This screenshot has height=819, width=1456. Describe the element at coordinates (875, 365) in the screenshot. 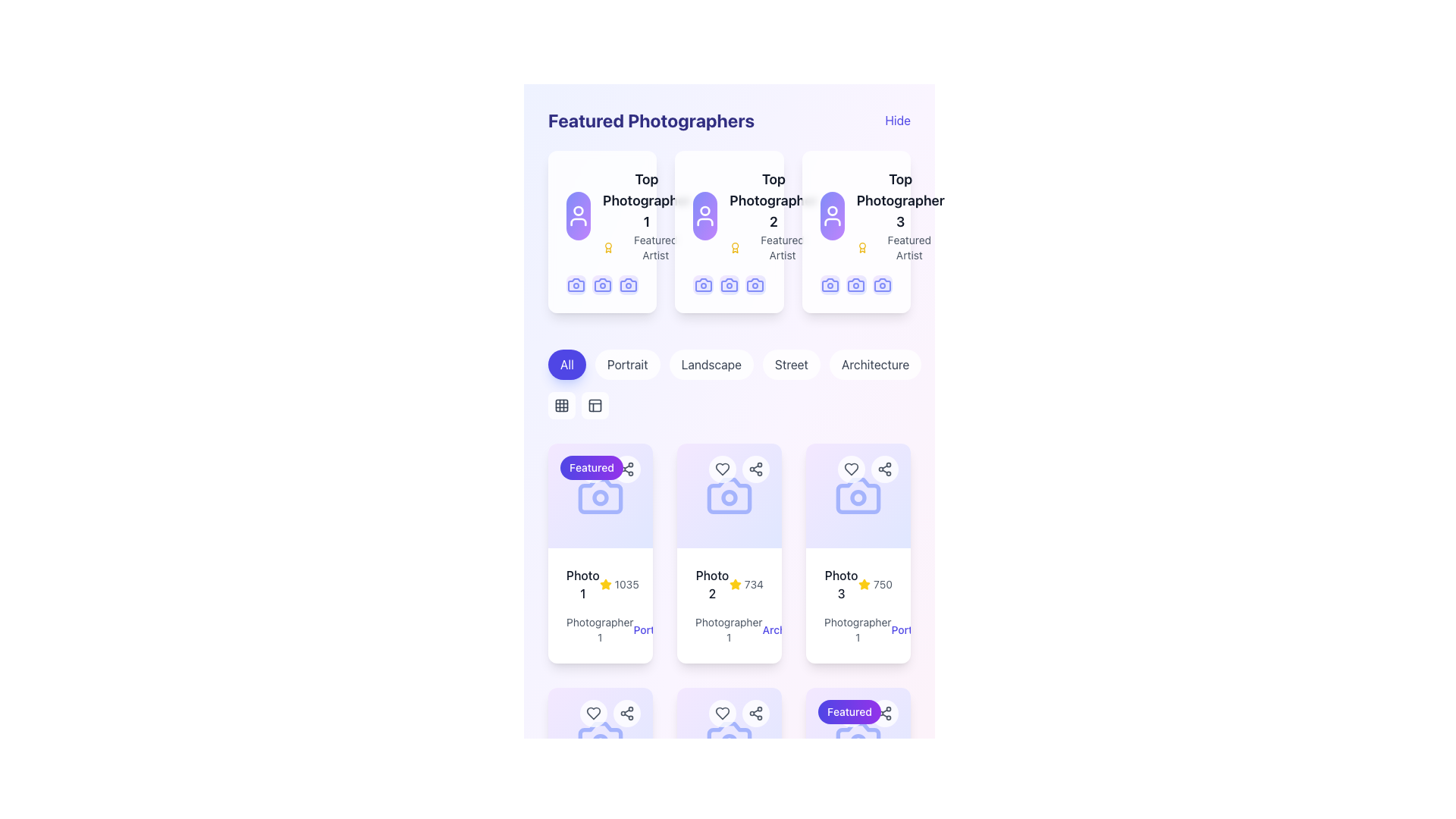

I see `the fifth button in the horizontal list of categorization buttons` at that location.